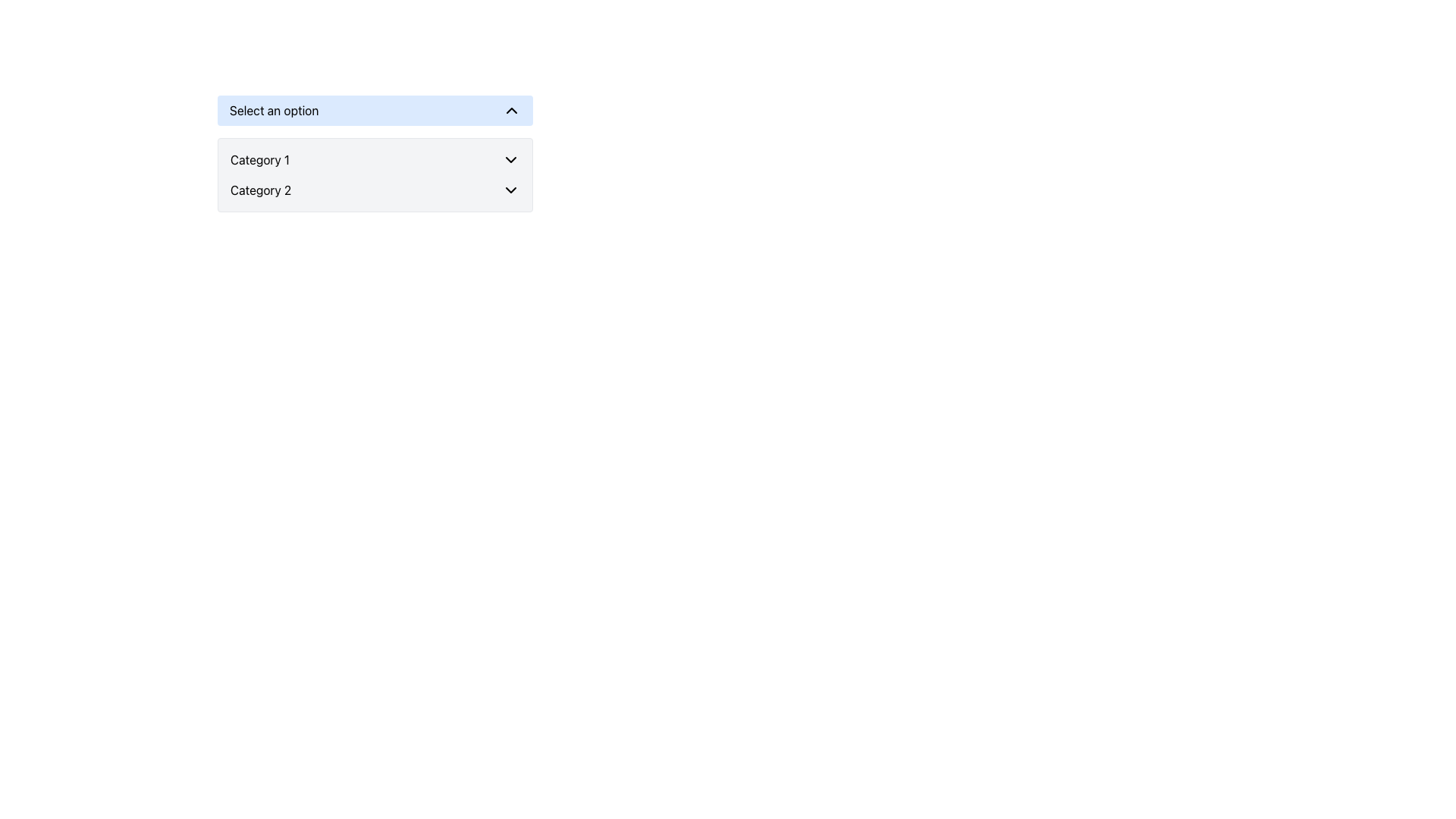  What do you see at coordinates (375, 160) in the screenshot?
I see `the first dropdown option labeled 'Category 1'` at bounding box center [375, 160].